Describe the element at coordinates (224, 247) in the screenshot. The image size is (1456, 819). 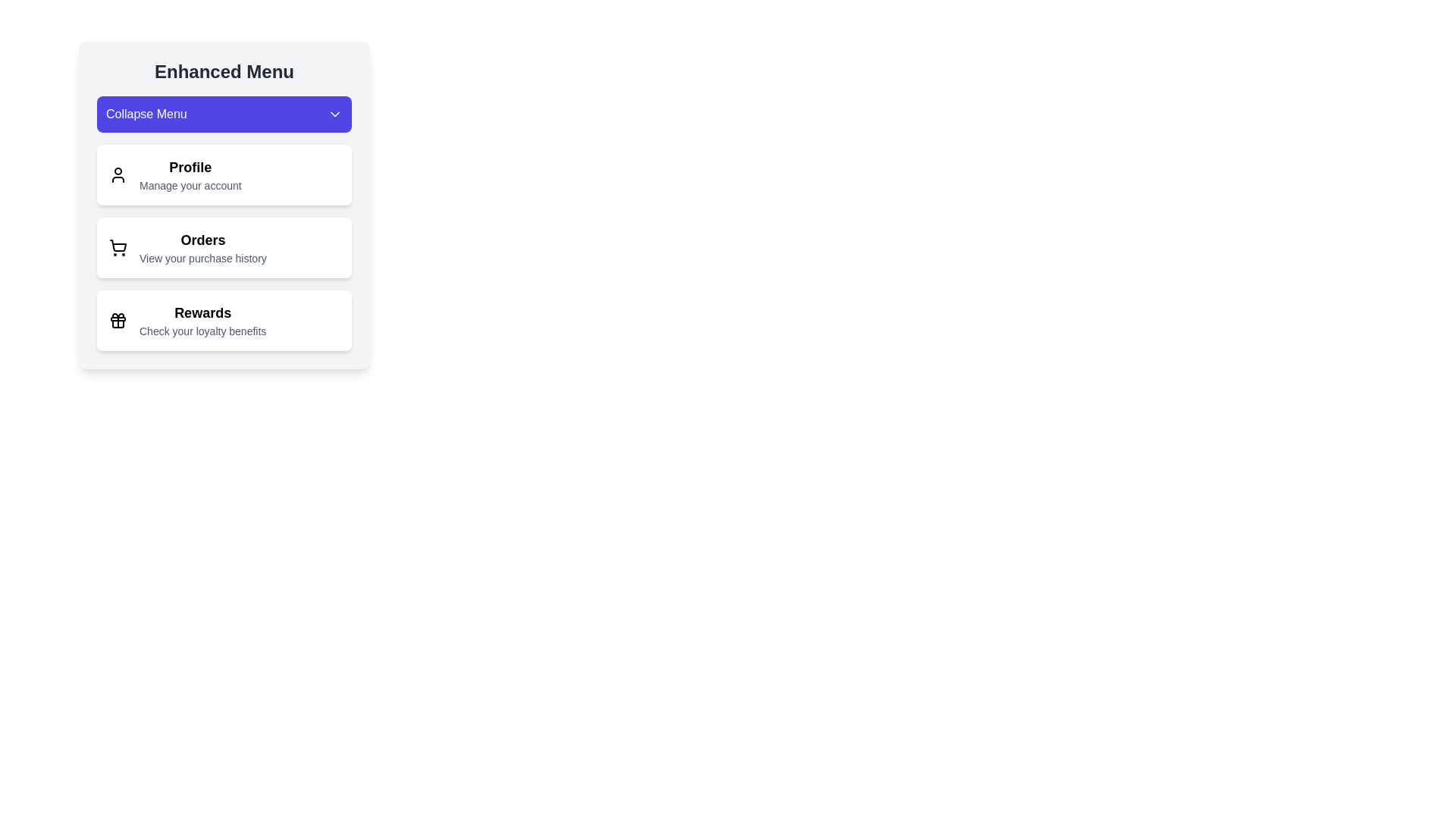
I see `the Menu panel with options that contains the items 'Profile', 'Orders', and 'Rewards', specifically targeting the element for interaction` at that location.